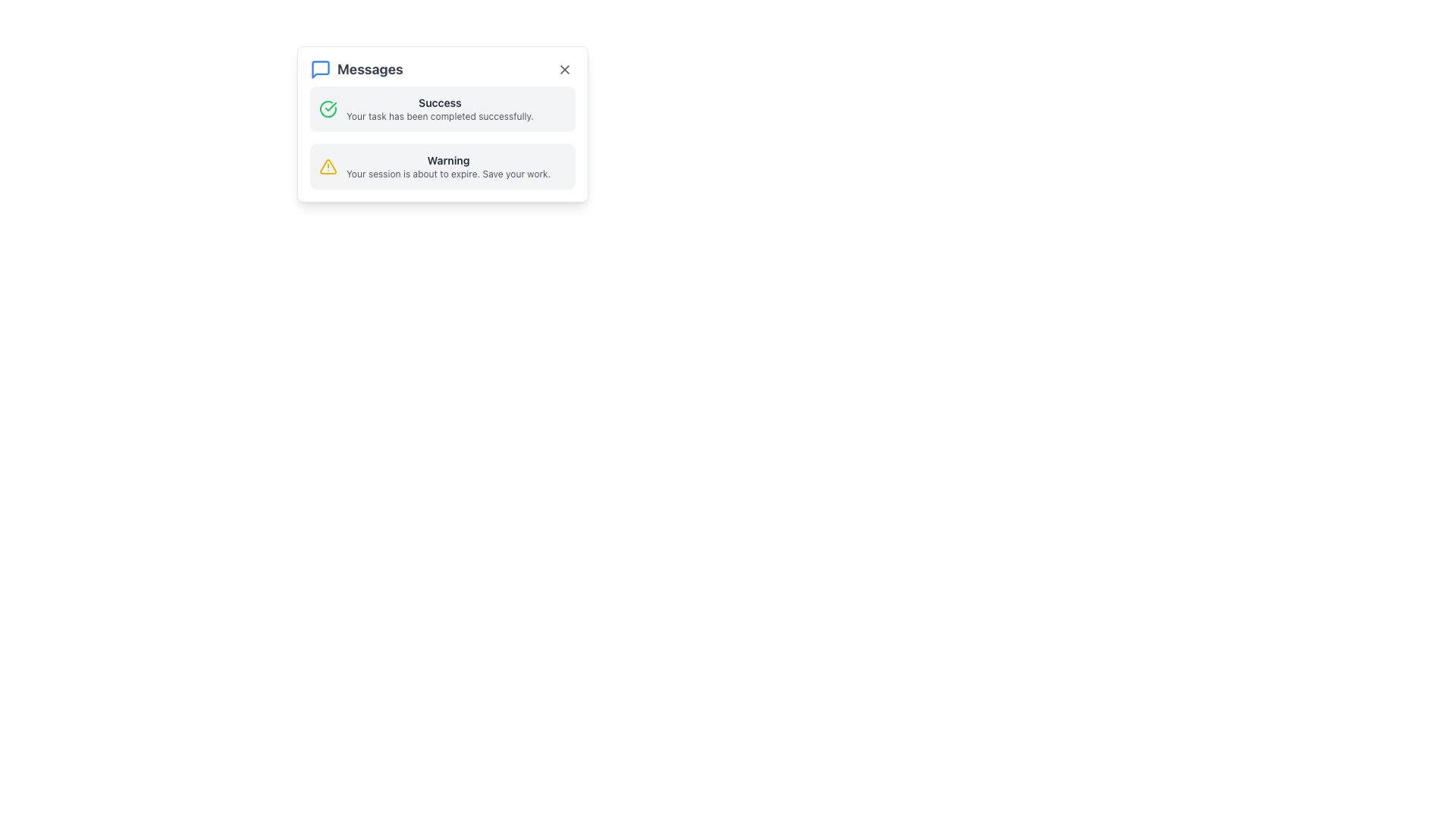  I want to click on the warning icon located to the left of the message text 'Your session is about to expire. Save your work.', so click(327, 166).